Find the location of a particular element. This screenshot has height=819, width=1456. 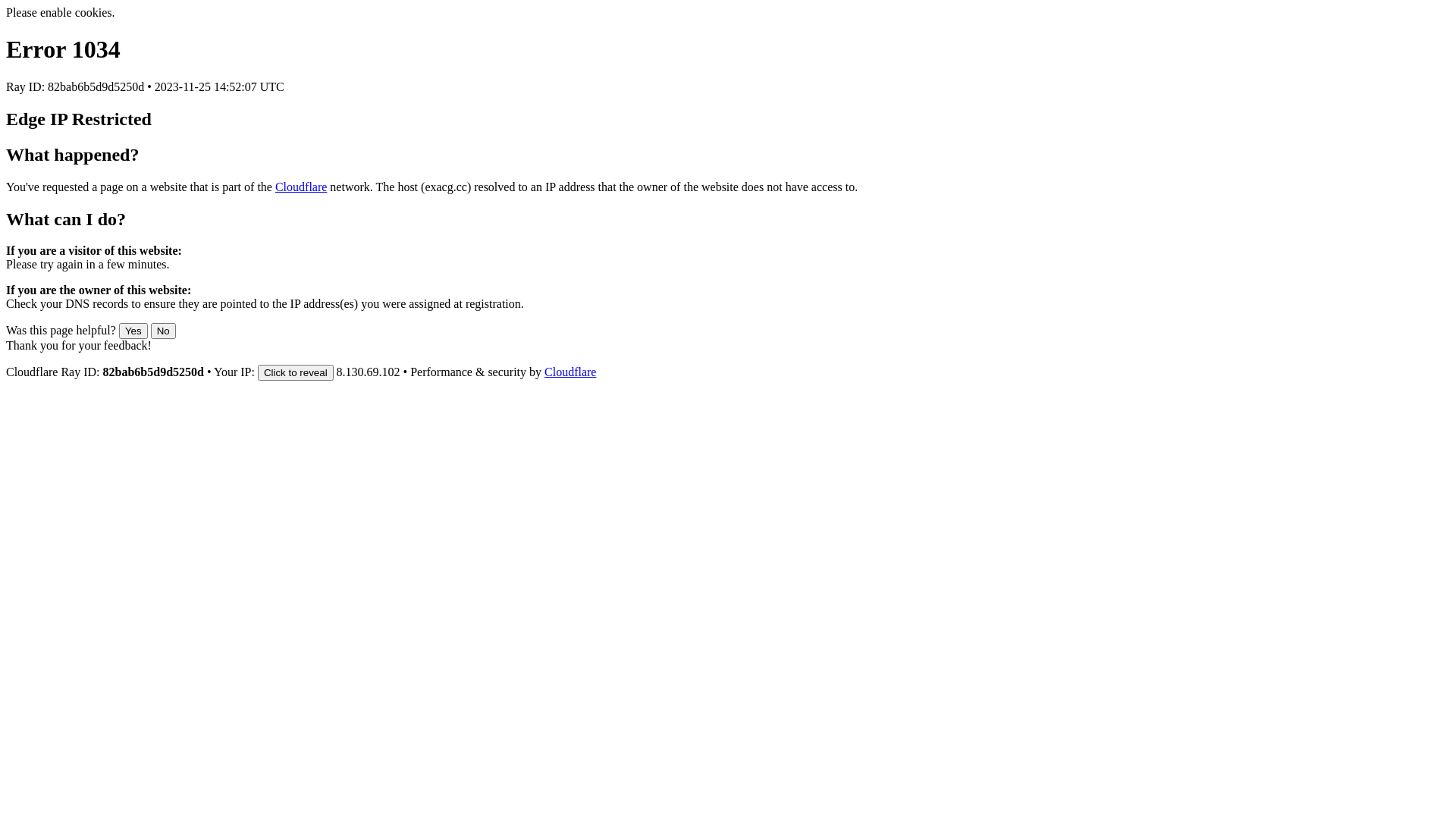

'Cloudflare' is located at coordinates (301, 186).